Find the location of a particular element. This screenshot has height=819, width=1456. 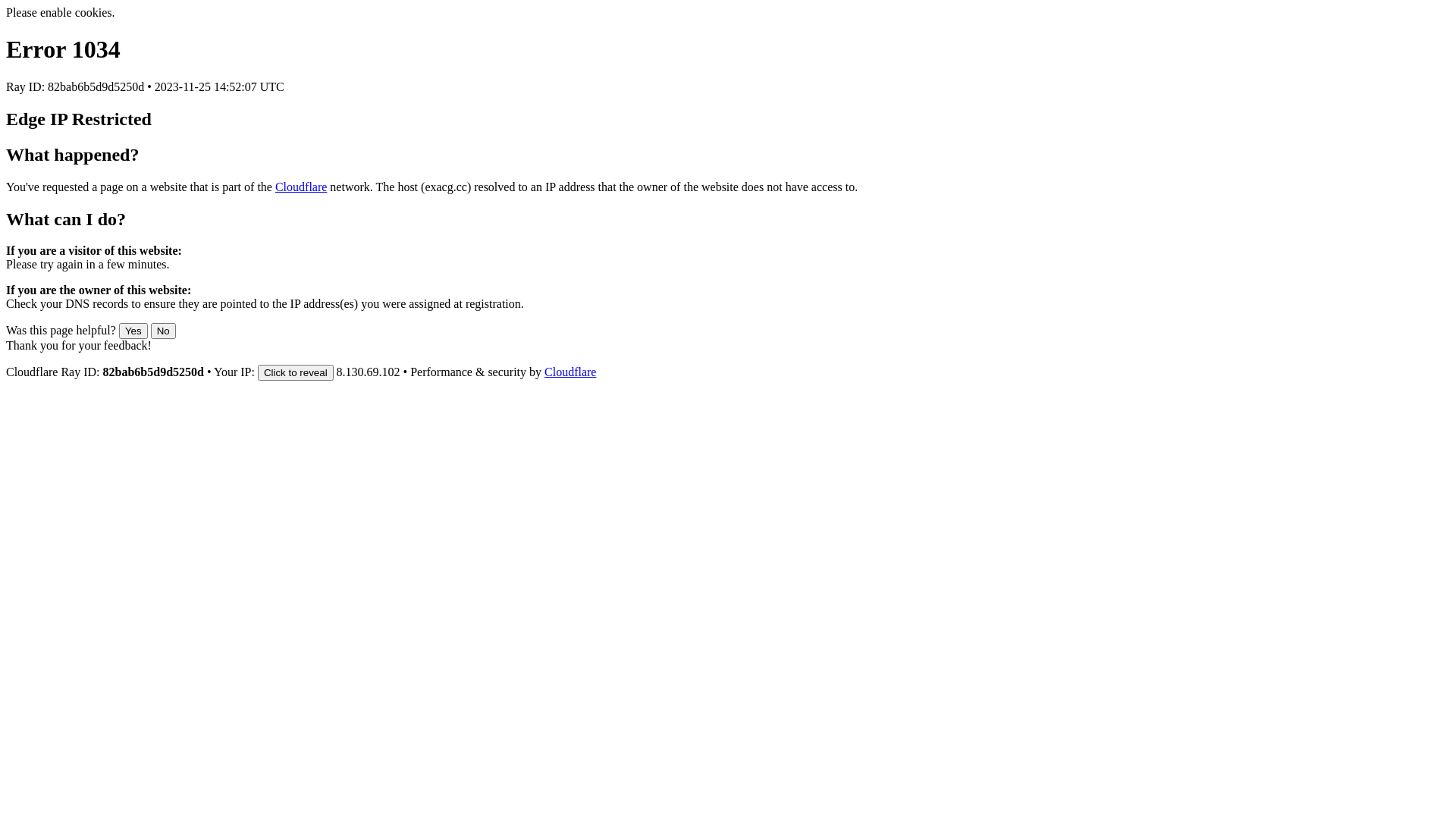

'Cloudflare' is located at coordinates (301, 186).